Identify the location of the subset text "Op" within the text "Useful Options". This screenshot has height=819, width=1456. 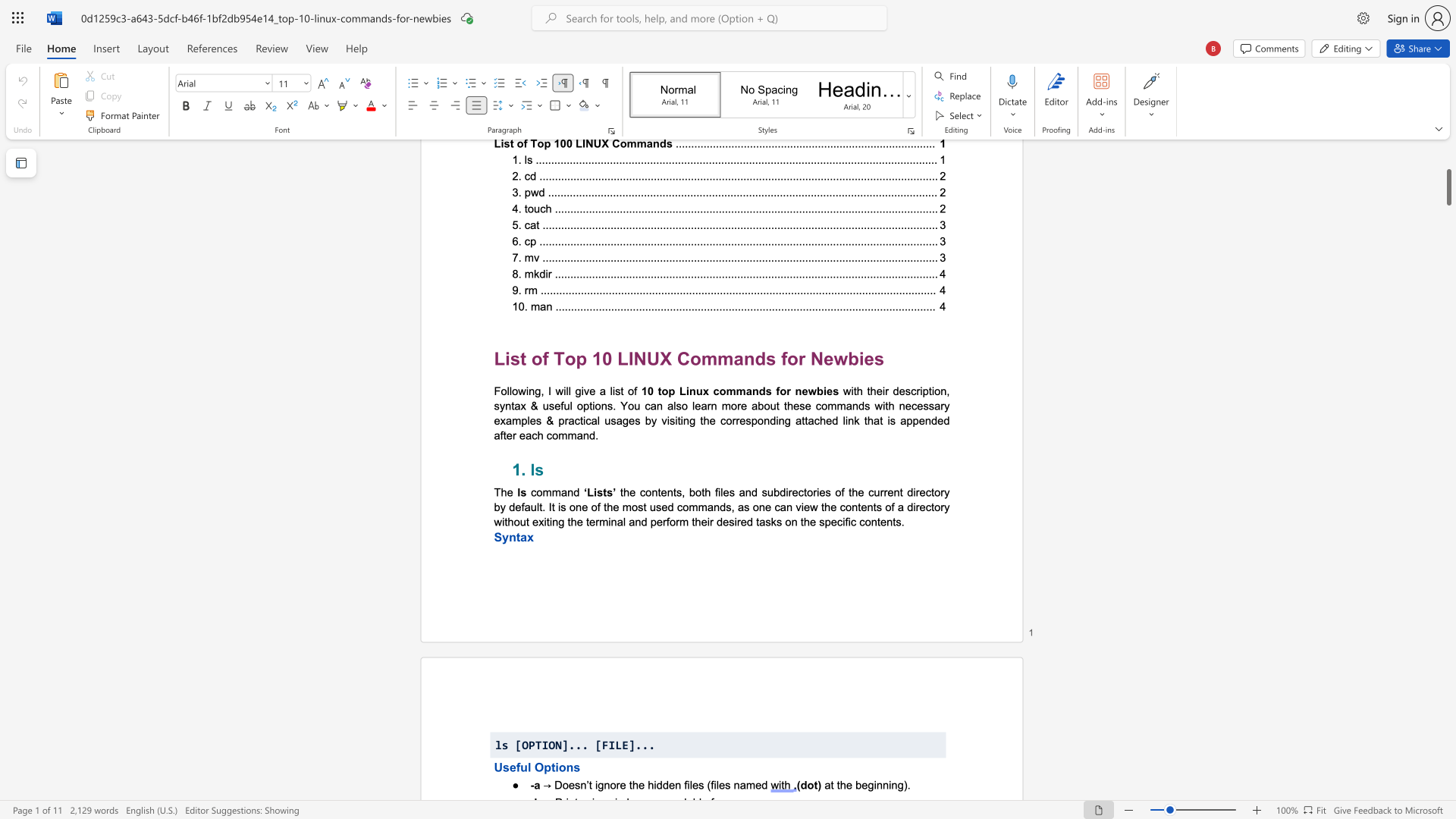
(534, 767).